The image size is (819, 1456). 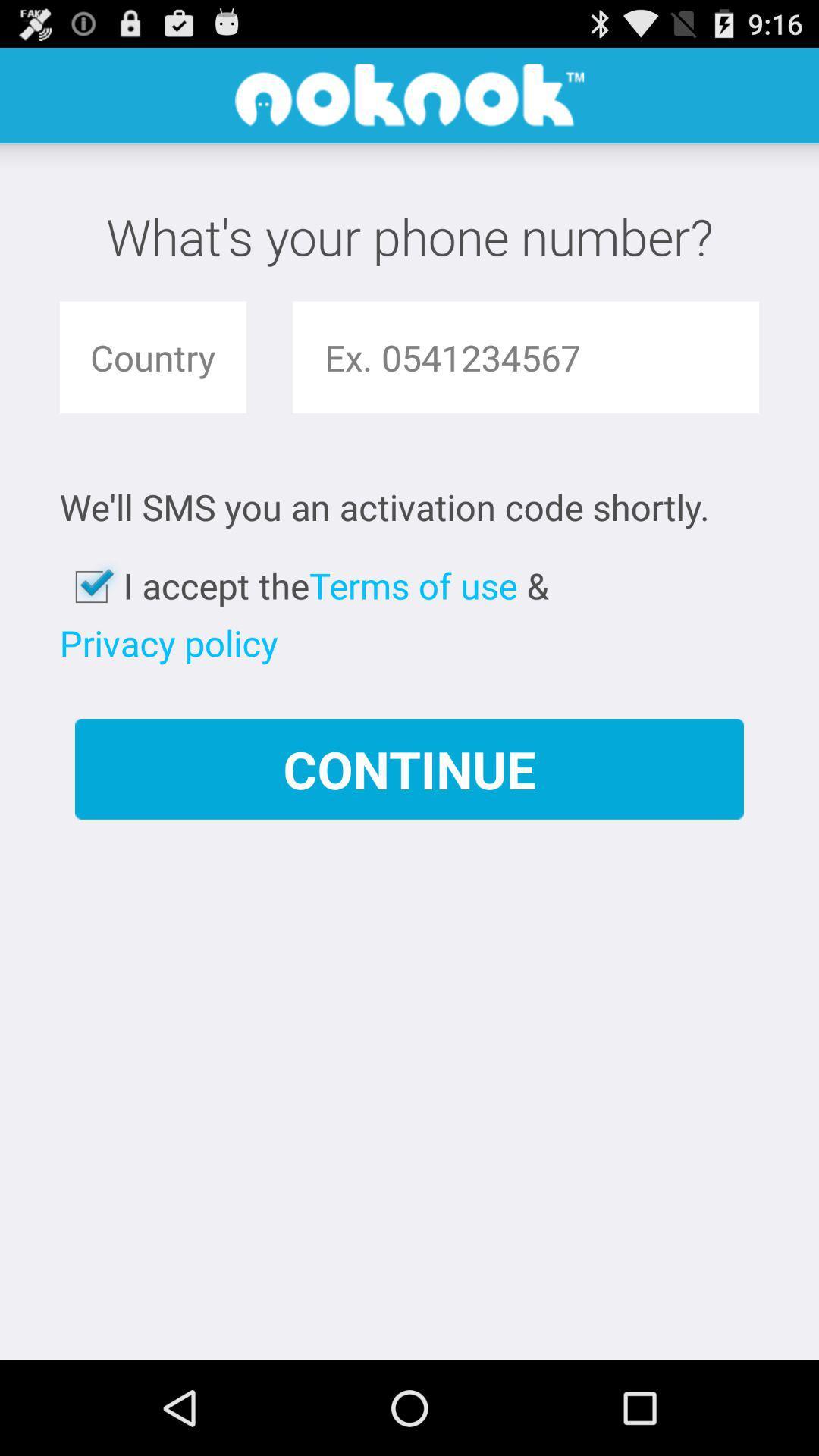 I want to click on the app below the we ll sms, so click(x=91, y=585).